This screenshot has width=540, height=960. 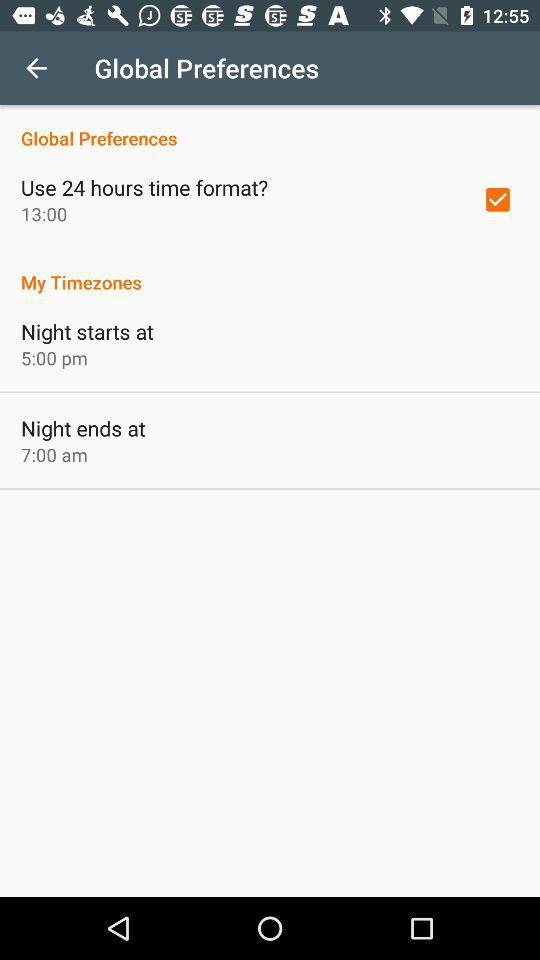 What do you see at coordinates (143, 187) in the screenshot?
I see `icon above the 13:00 item` at bounding box center [143, 187].